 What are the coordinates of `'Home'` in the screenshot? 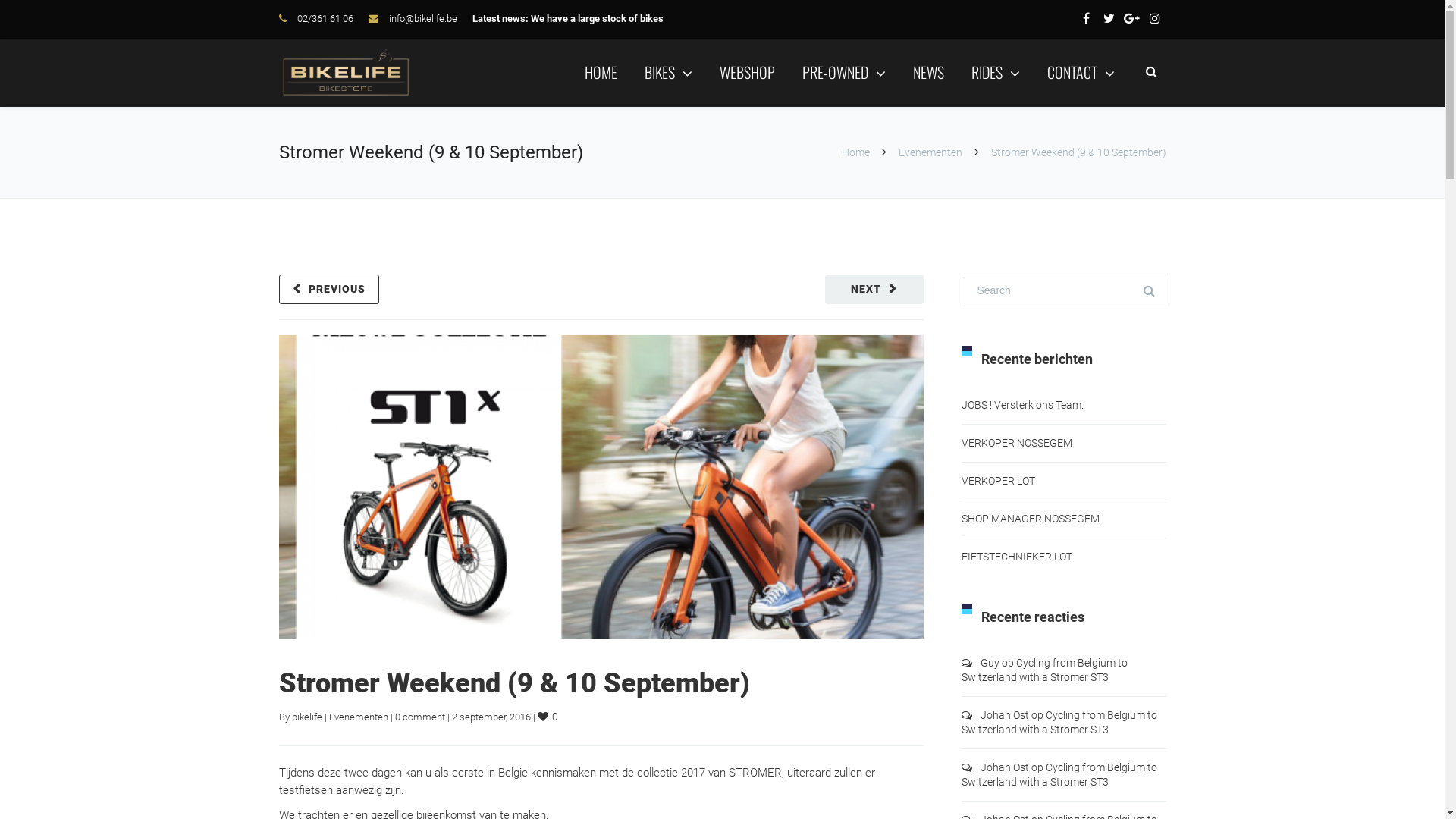 It's located at (855, 152).